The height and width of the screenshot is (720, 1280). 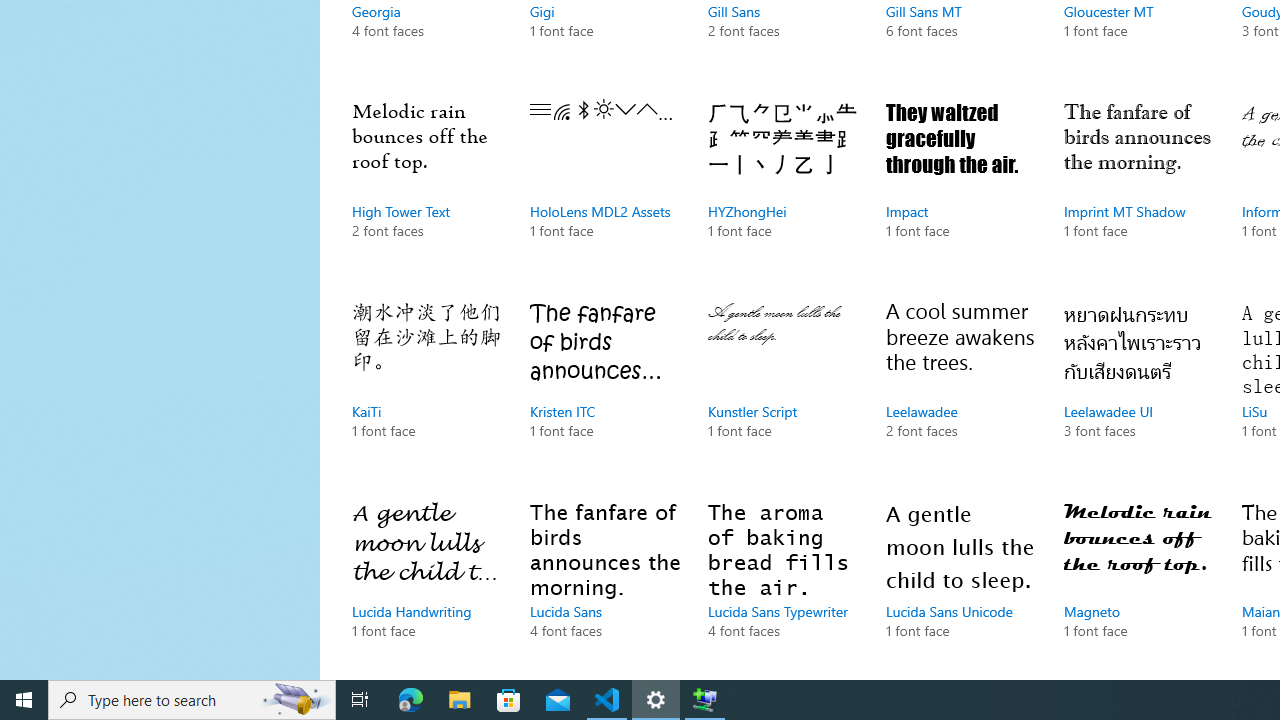 I want to click on 'Microsoft Edge', so click(x=410, y=698).